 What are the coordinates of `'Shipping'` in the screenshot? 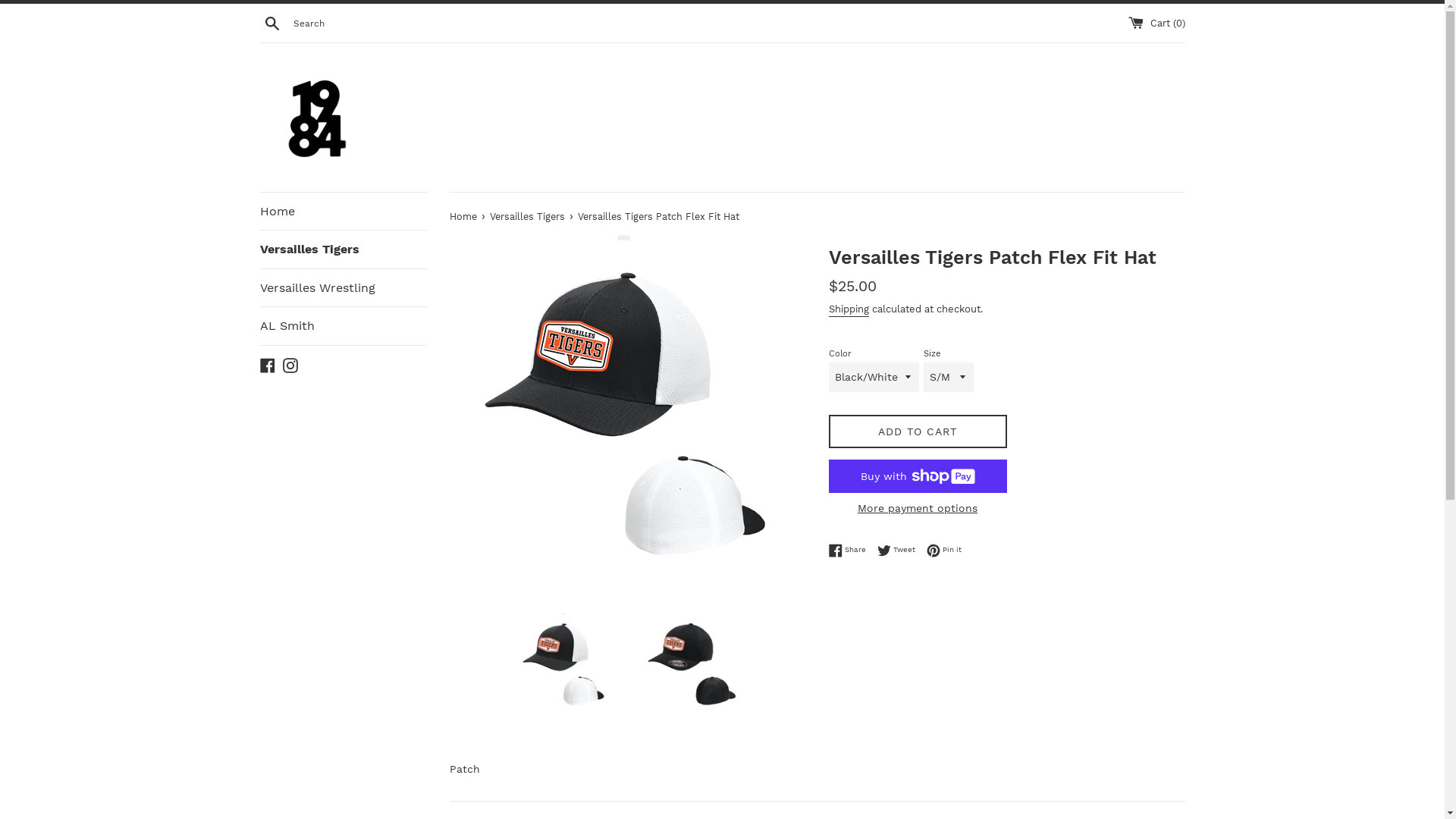 It's located at (847, 309).